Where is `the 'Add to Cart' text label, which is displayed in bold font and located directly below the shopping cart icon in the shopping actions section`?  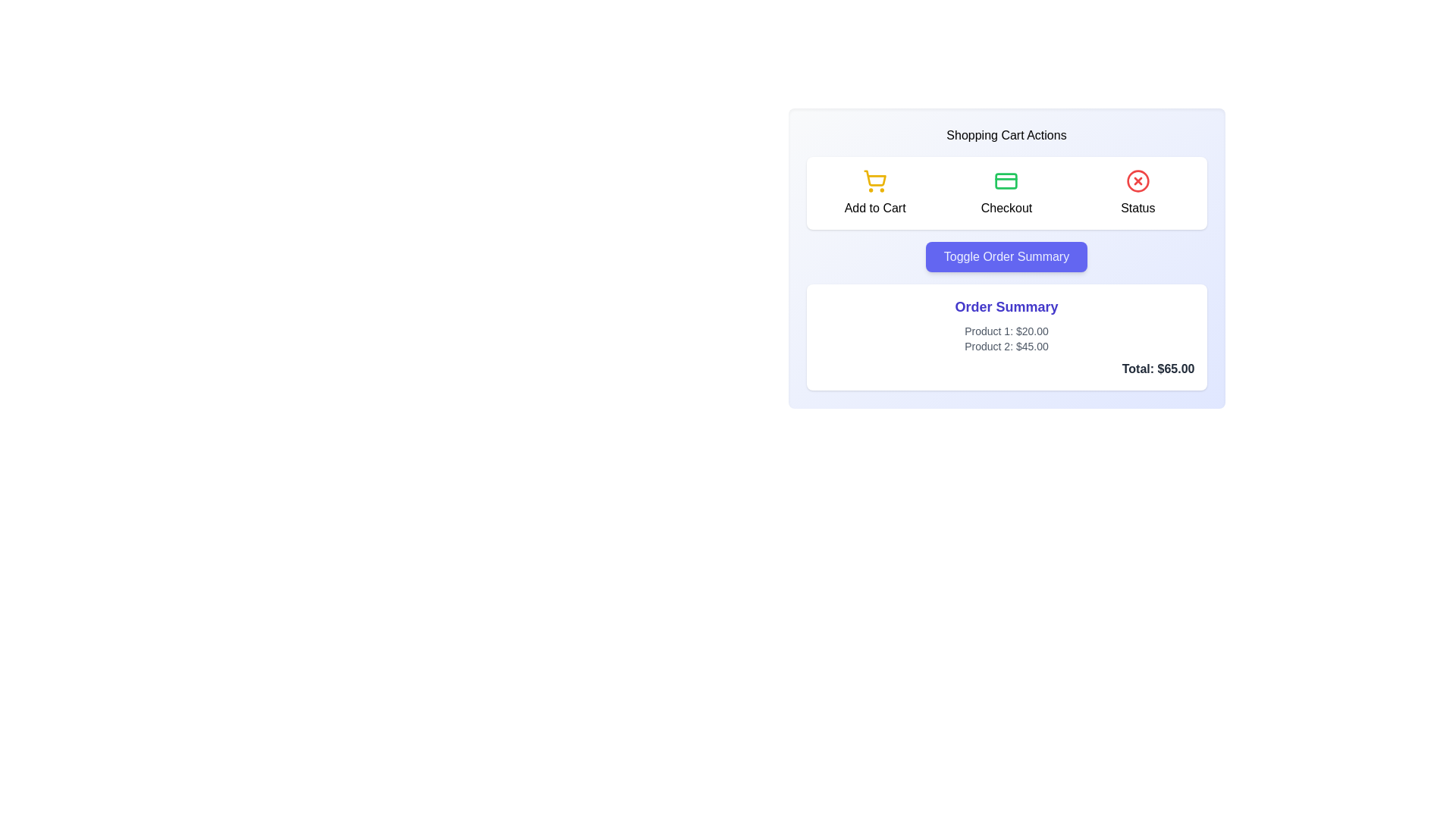 the 'Add to Cart' text label, which is displayed in bold font and located directly below the shopping cart icon in the shopping actions section is located at coordinates (875, 208).